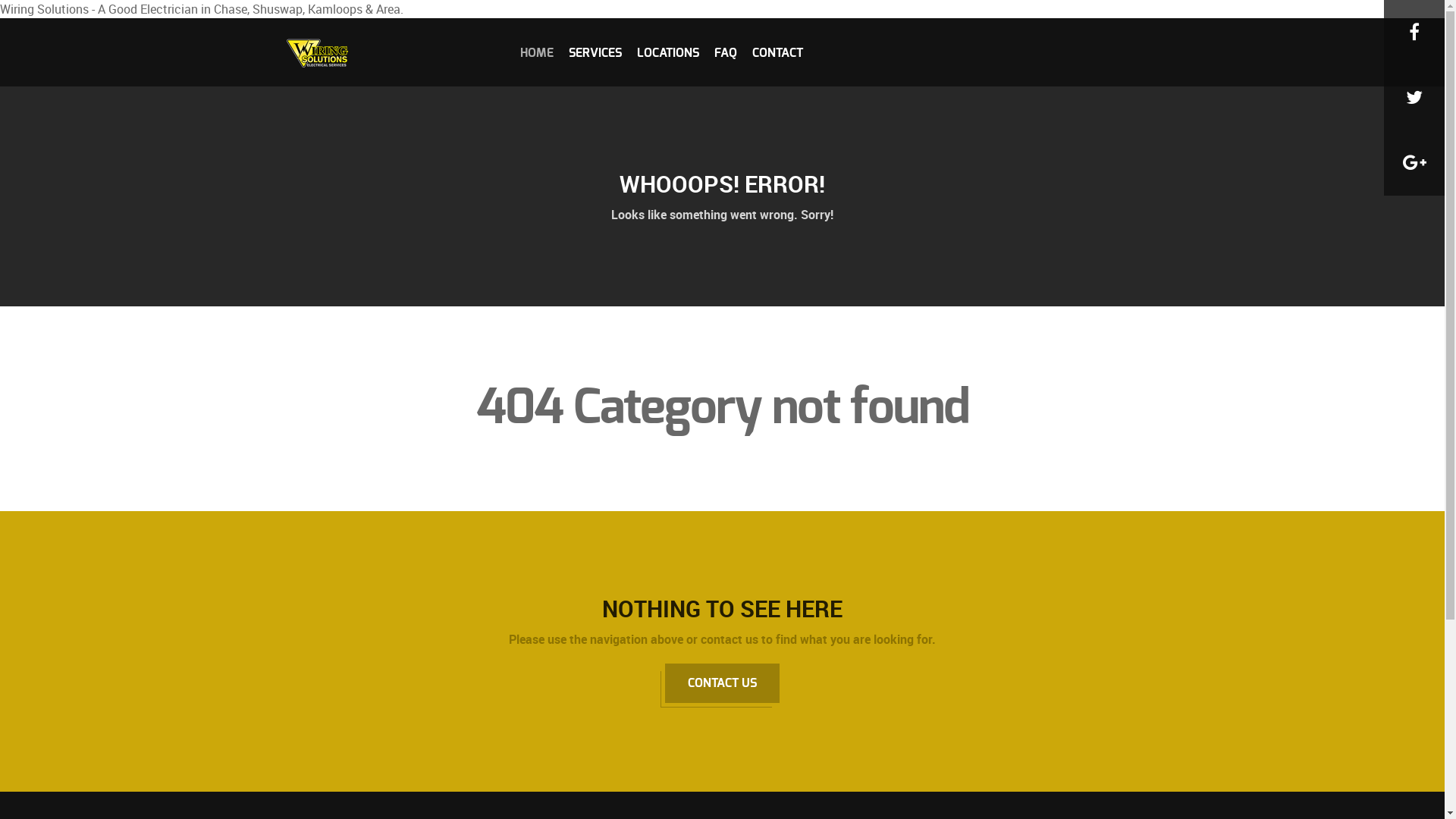  What do you see at coordinates (520, 52) in the screenshot?
I see `'HOME'` at bounding box center [520, 52].